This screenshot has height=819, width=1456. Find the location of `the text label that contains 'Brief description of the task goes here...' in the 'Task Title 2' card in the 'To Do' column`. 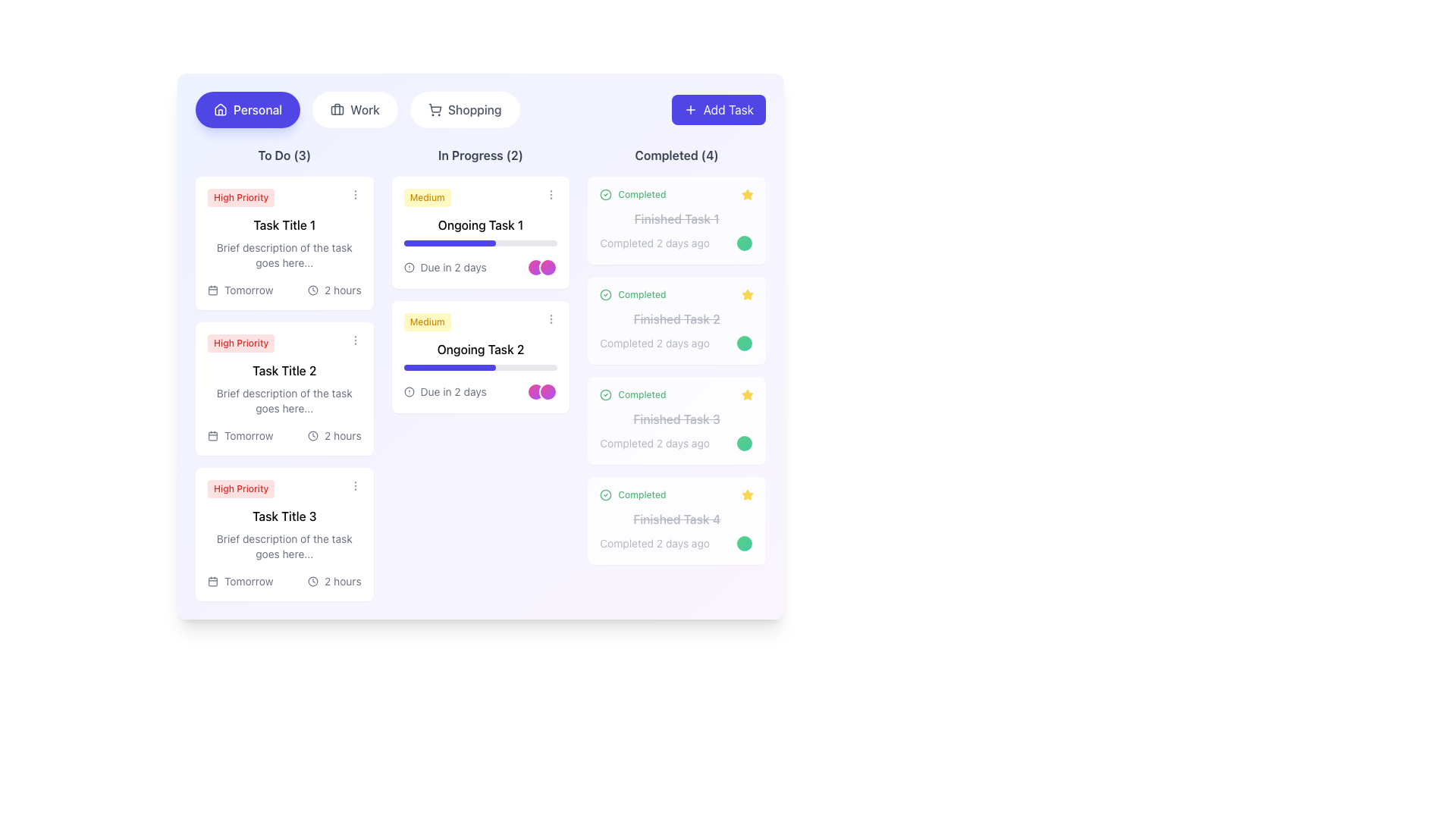

the text label that contains 'Brief description of the task goes here...' in the 'Task Title 2' card in the 'To Do' column is located at coordinates (284, 400).